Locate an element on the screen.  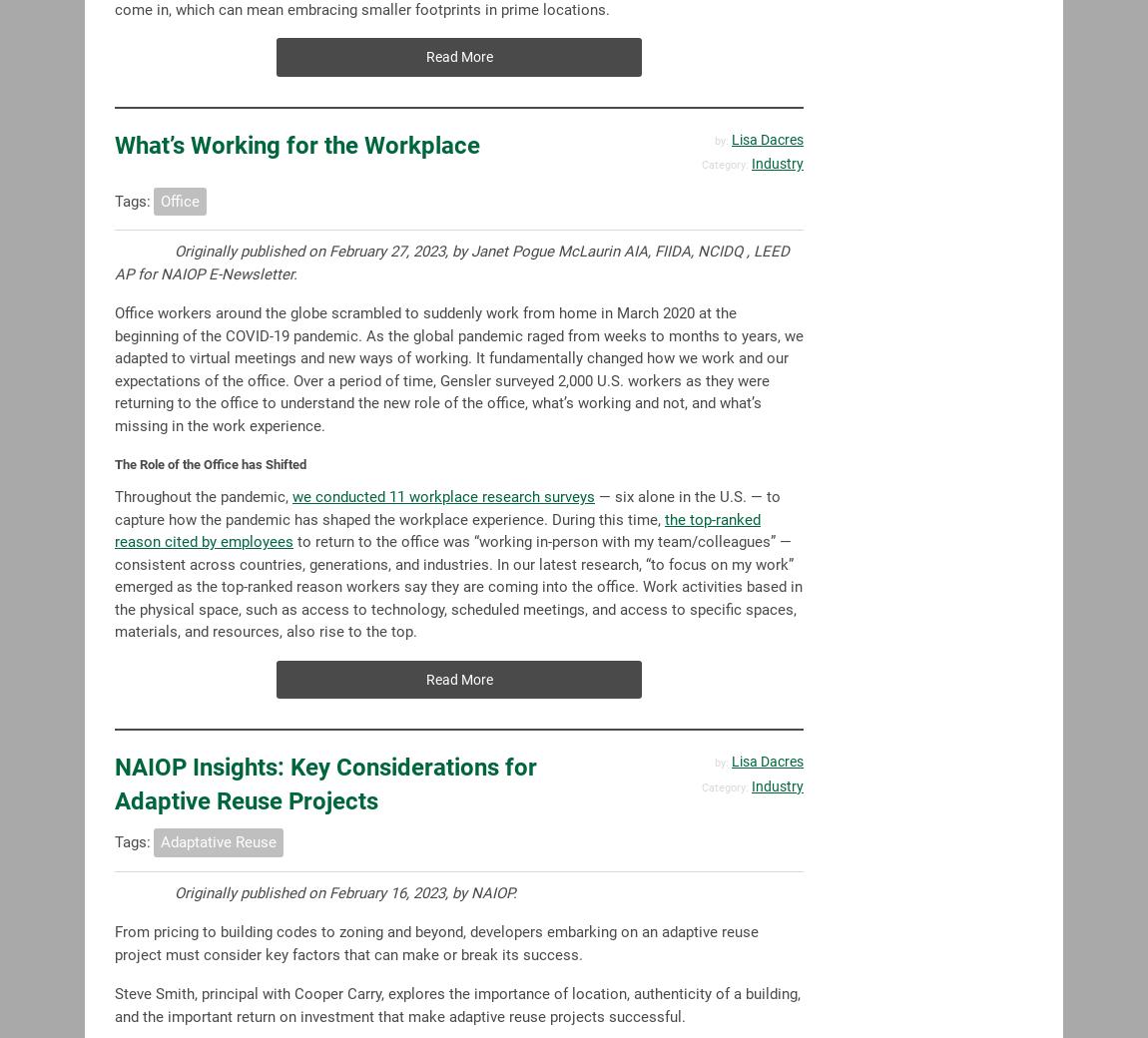
'Adaptative Reuse' is located at coordinates (217, 840).